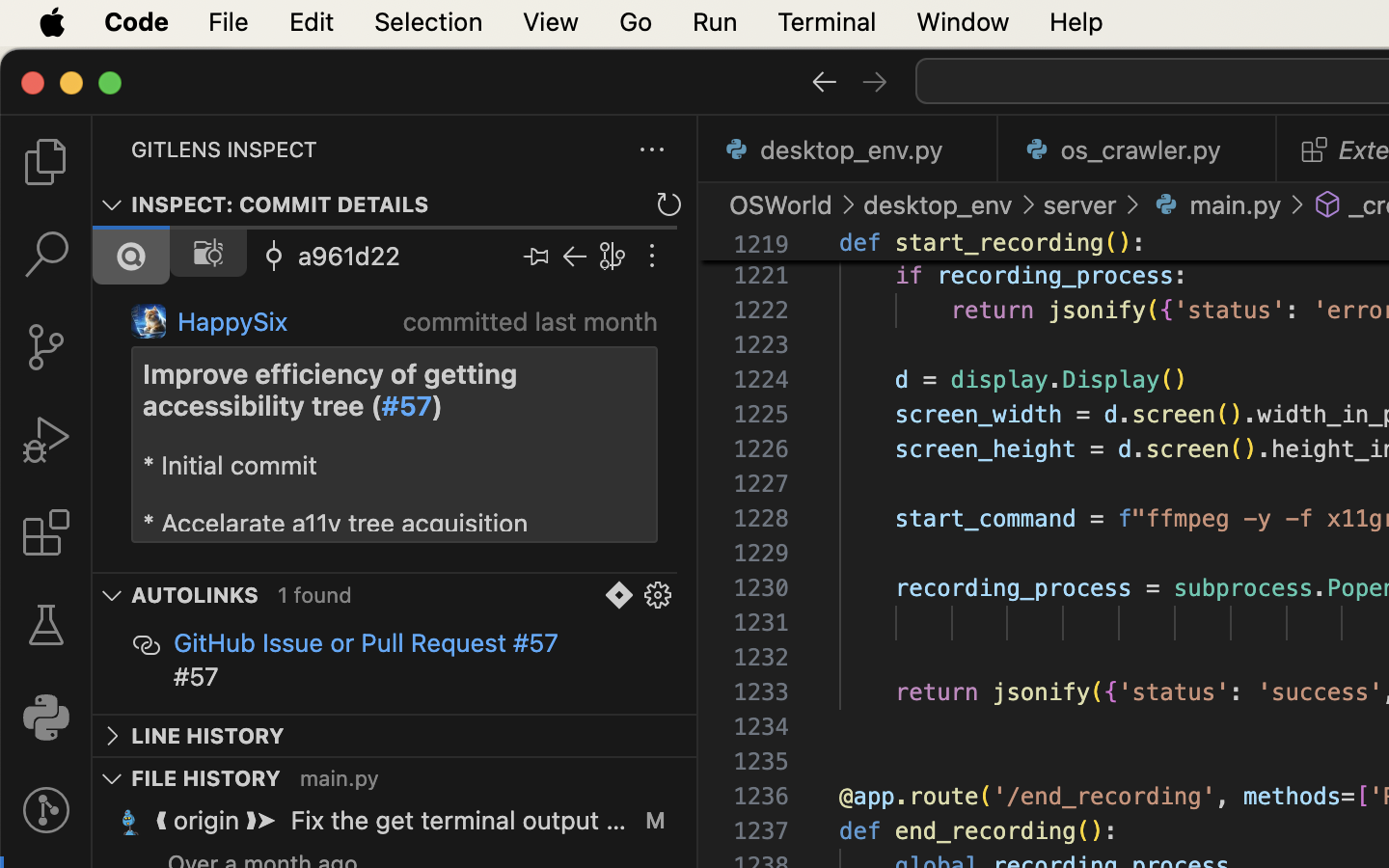  I want to click on '', so click(1327, 204).